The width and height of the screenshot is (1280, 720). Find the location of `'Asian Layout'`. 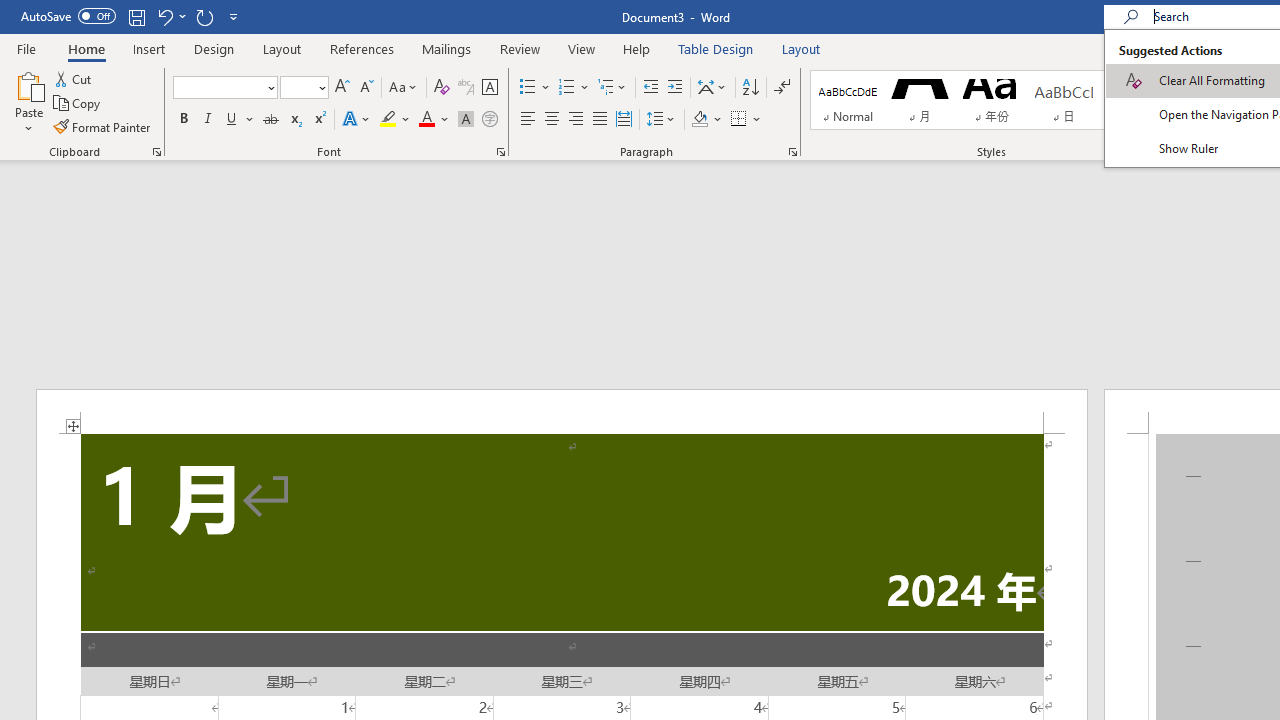

'Asian Layout' is located at coordinates (712, 86).